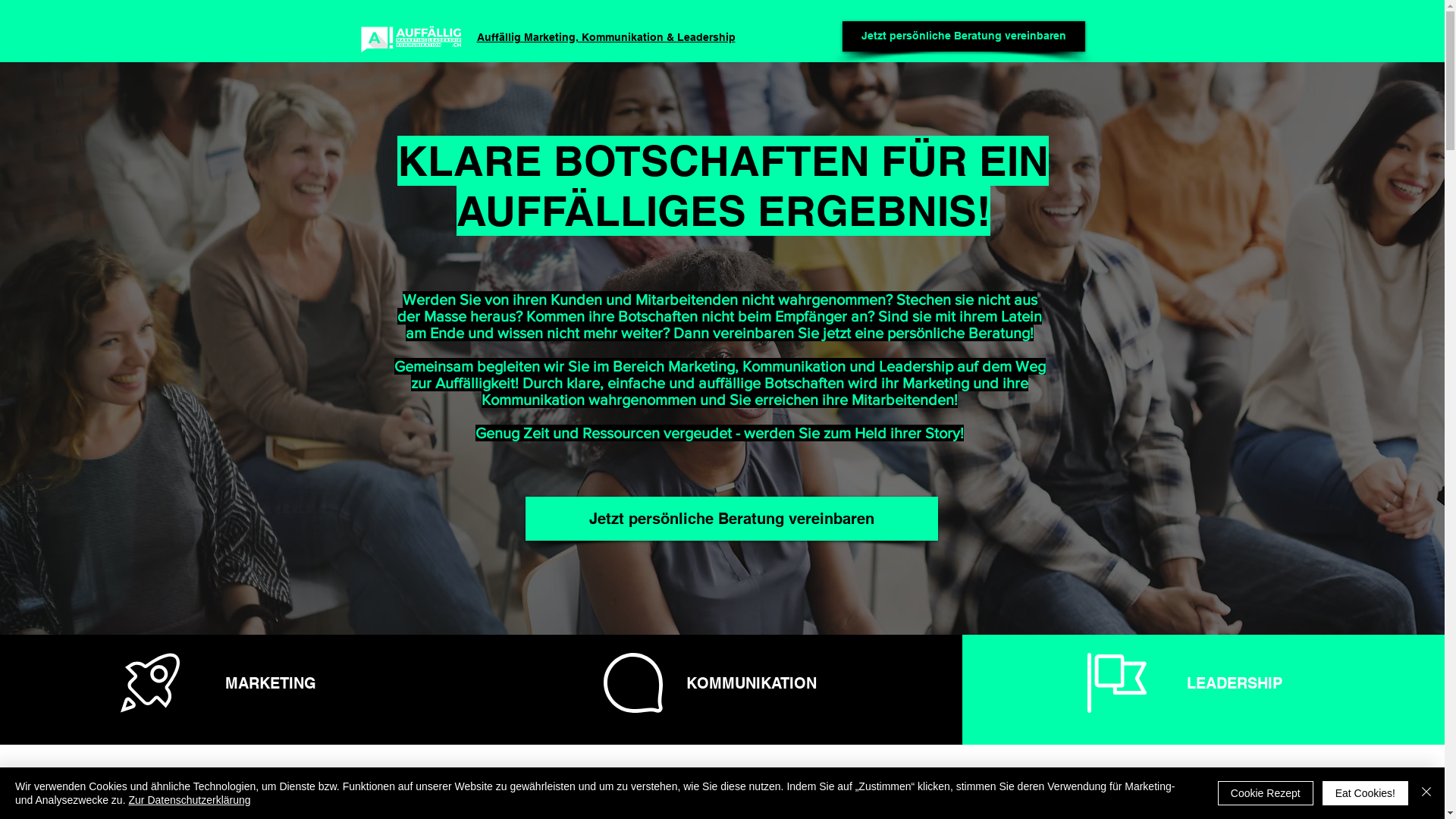 The height and width of the screenshot is (819, 1456). What do you see at coordinates (1365, 792) in the screenshot?
I see `'Eat Cookies!'` at bounding box center [1365, 792].